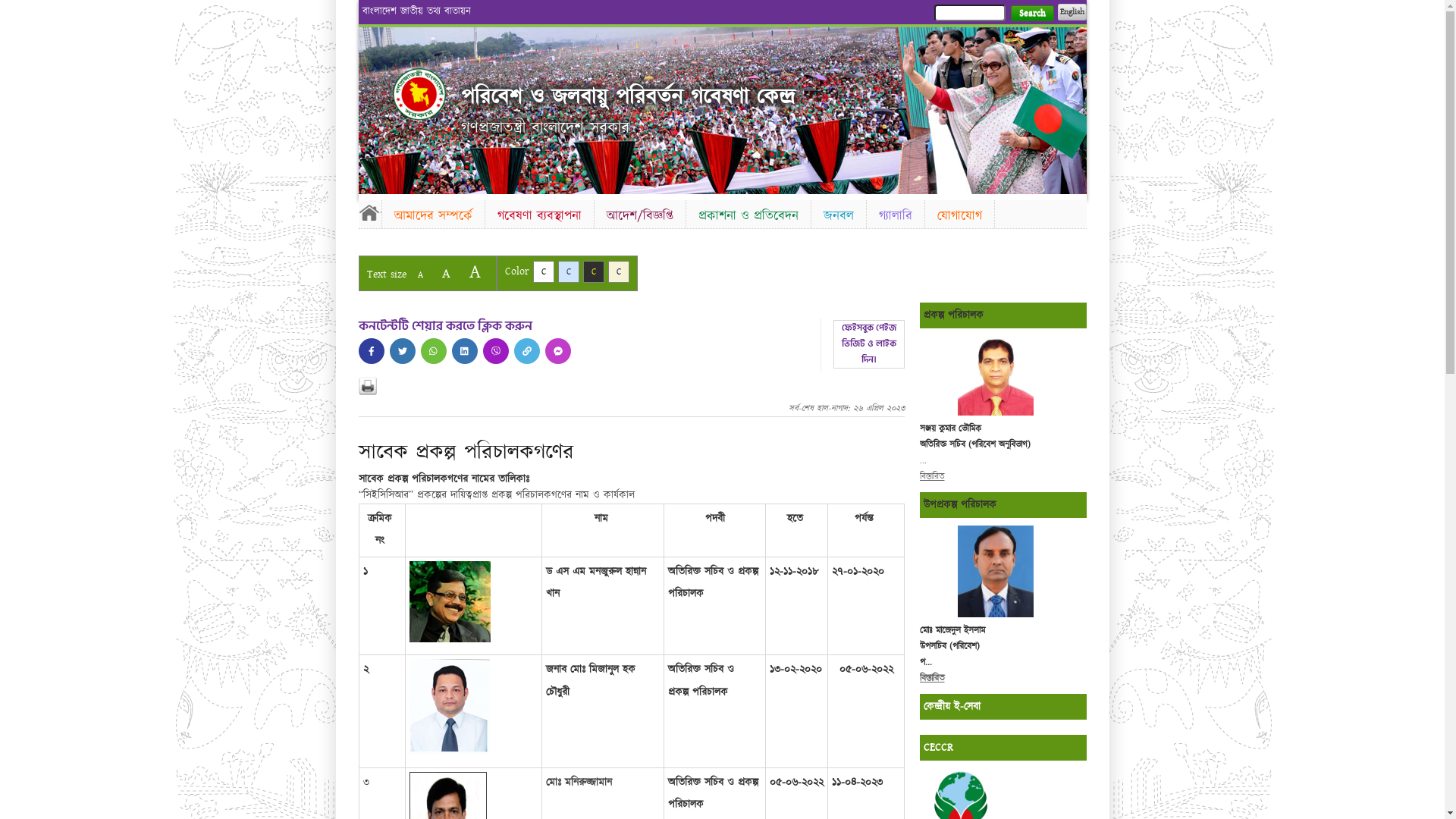  What do you see at coordinates (460, 271) in the screenshot?
I see `'A'` at bounding box center [460, 271].